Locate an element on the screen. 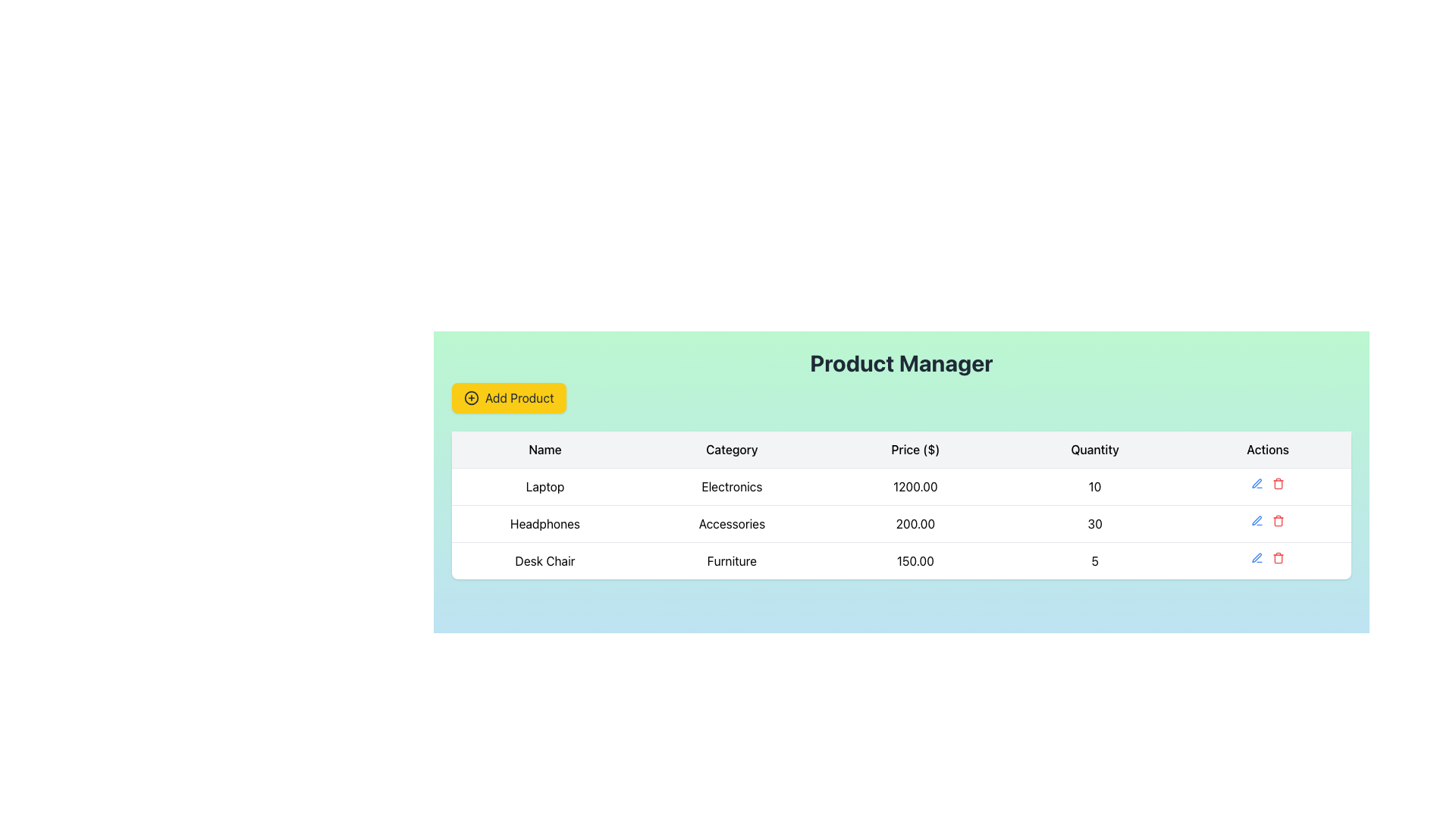 Image resolution: width=1456 pixels, height=819 pixels. the price text of the 'Desk Chair' product, which is located in the third column of the corresponding row is located at coordinates (915, 560).